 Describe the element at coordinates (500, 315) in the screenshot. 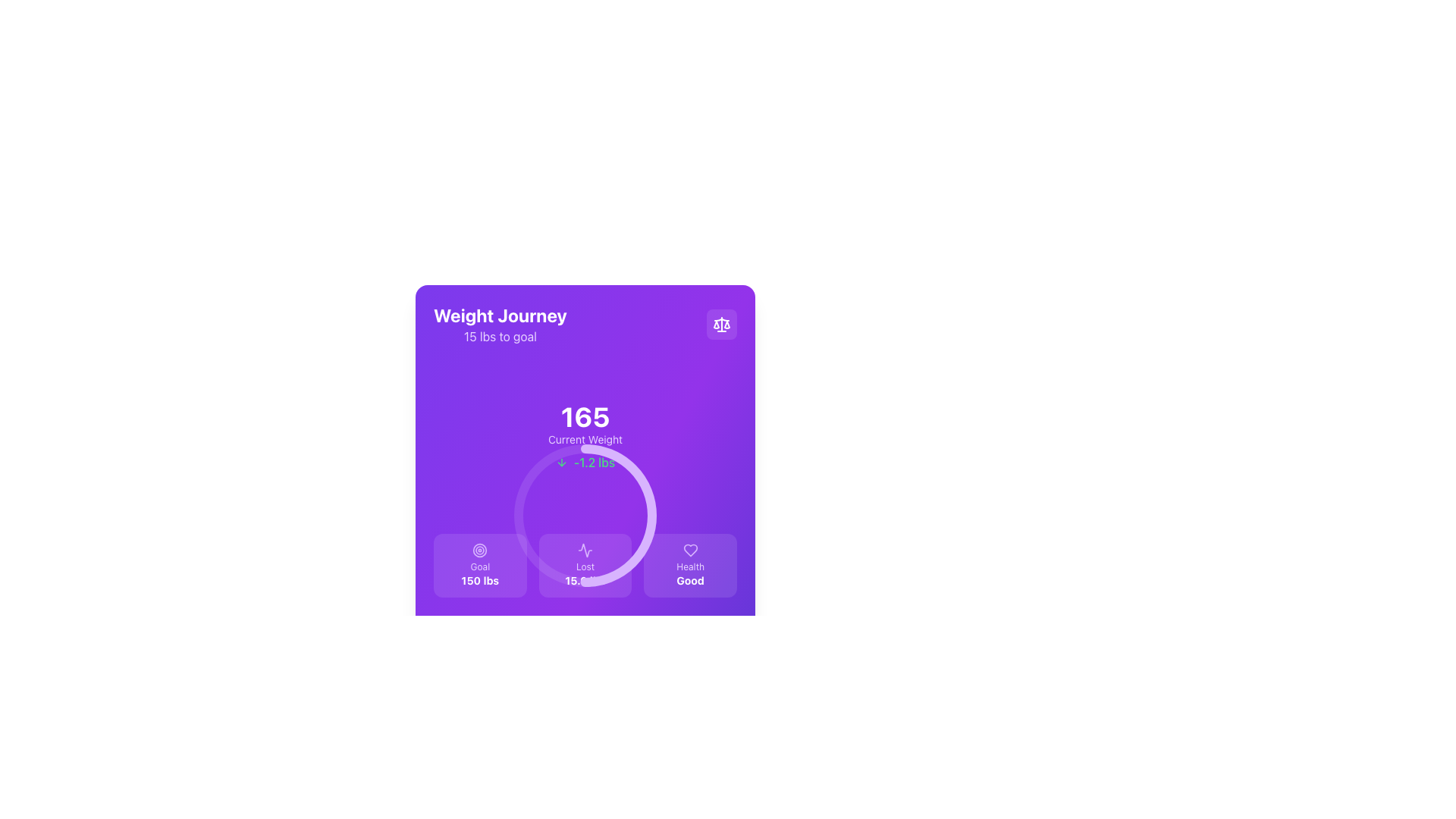

I see `the 'Weight Journey' static text element, which is displayed in bold white font on a purple card, located at the top-left corner of the card` at that location.